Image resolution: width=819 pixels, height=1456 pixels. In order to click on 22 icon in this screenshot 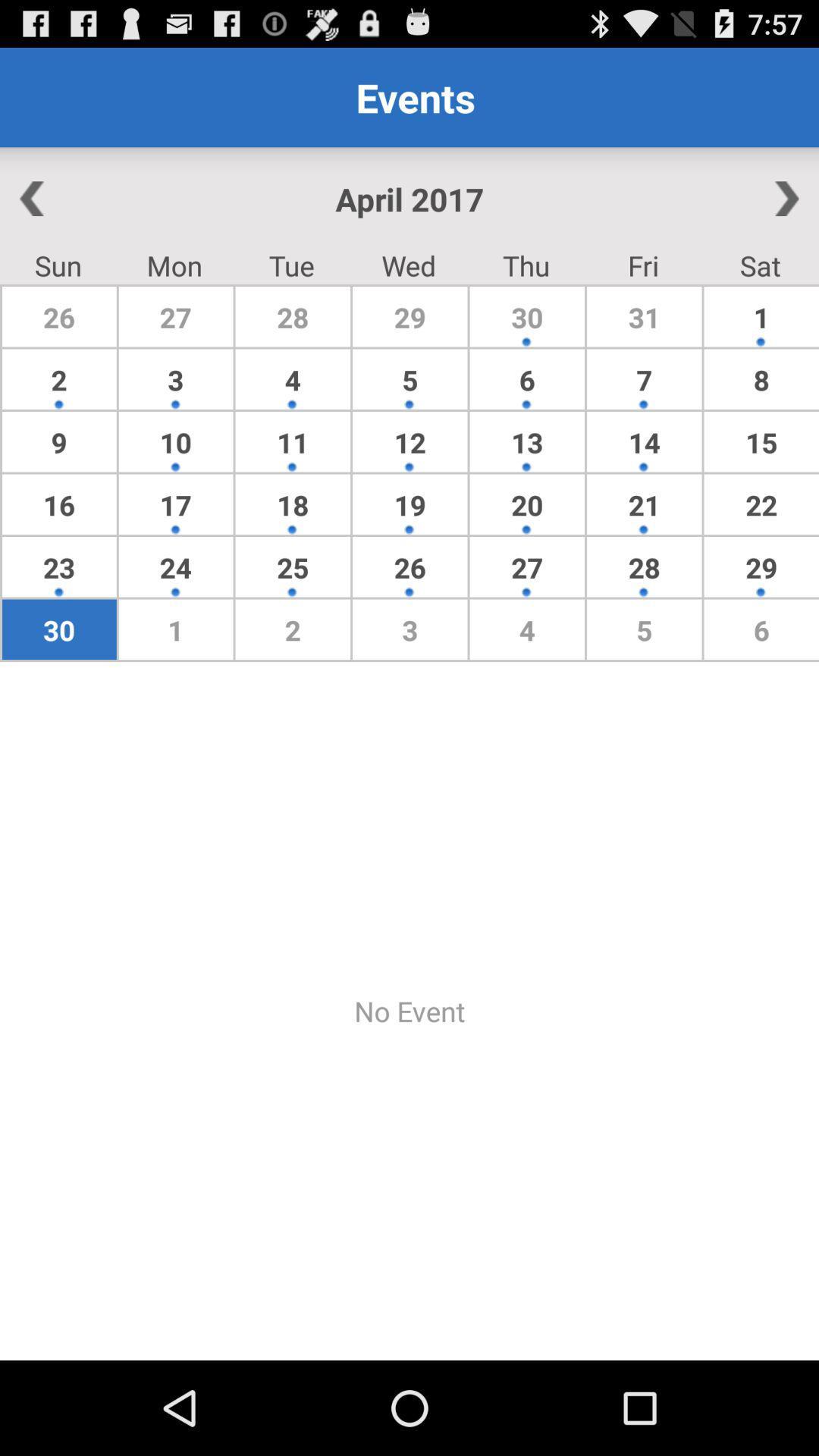, I will do `click(761, 504)`.